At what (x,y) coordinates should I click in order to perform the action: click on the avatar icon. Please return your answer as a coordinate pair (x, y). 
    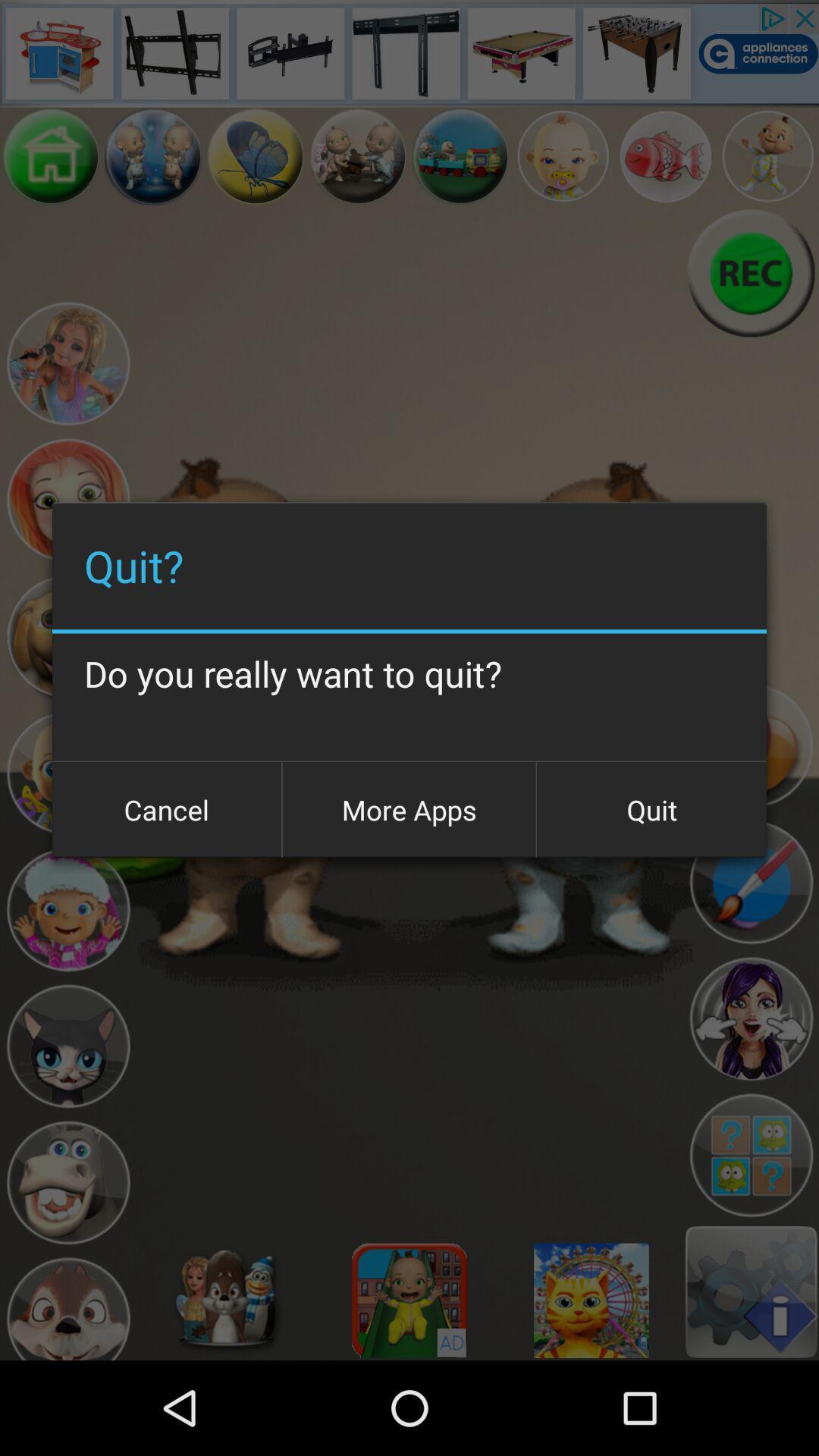
    Looking at the image, I should click on (751, 1237).